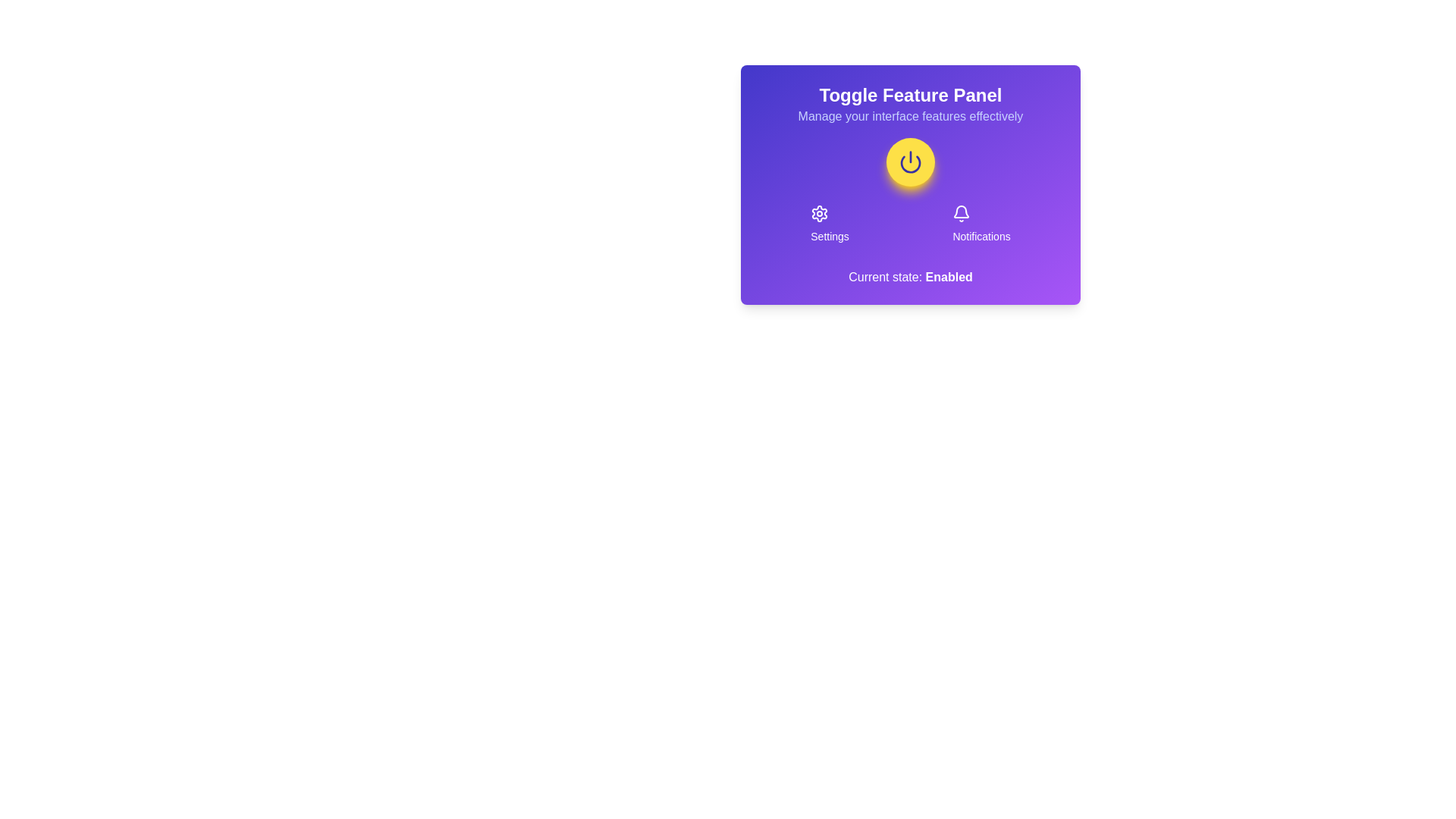 This screenshot has width=1456, height=819. Describe the element at coordinates (829, 224) in the screenshot. I see `the leftmost Icon with Label Text element, which facilitates navigation for system or application settings` at that location.